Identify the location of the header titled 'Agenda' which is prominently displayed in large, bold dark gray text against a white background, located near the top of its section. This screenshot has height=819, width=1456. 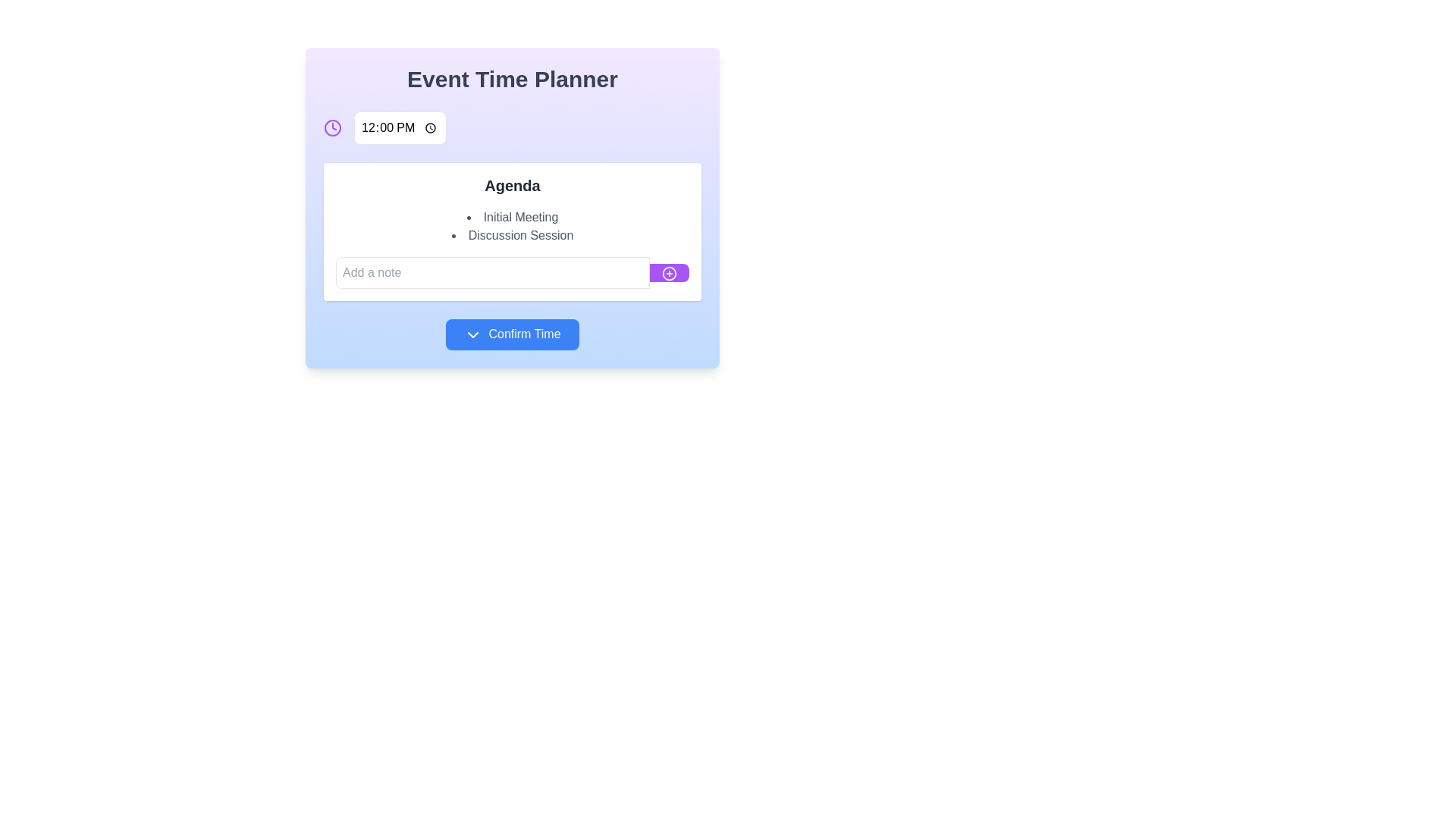
(513, 185).